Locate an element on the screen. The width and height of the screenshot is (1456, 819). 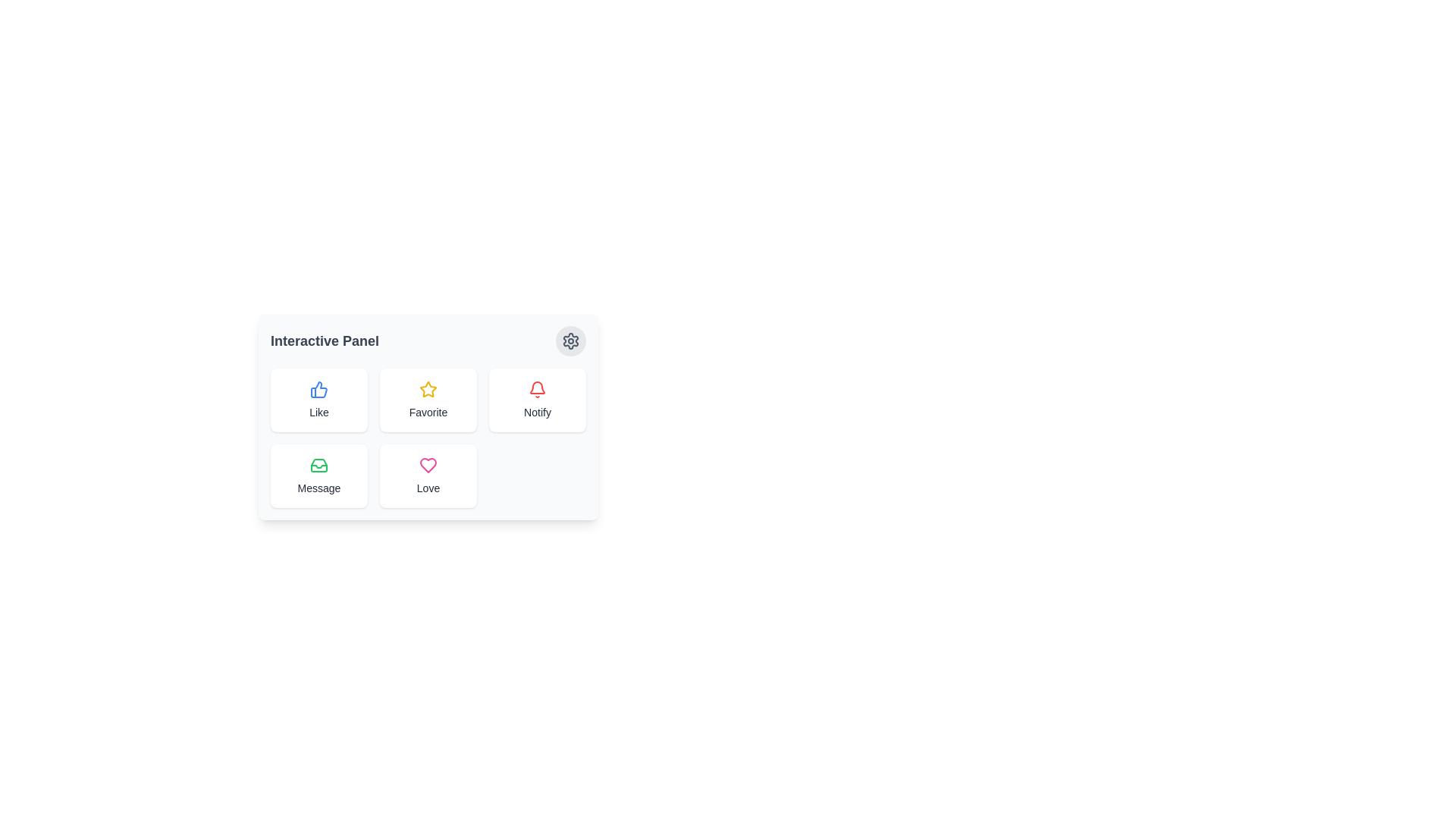
the 'Favorite' button, which is the second card in the first row of a three-column grid layout is located at coordinates (428, 400).